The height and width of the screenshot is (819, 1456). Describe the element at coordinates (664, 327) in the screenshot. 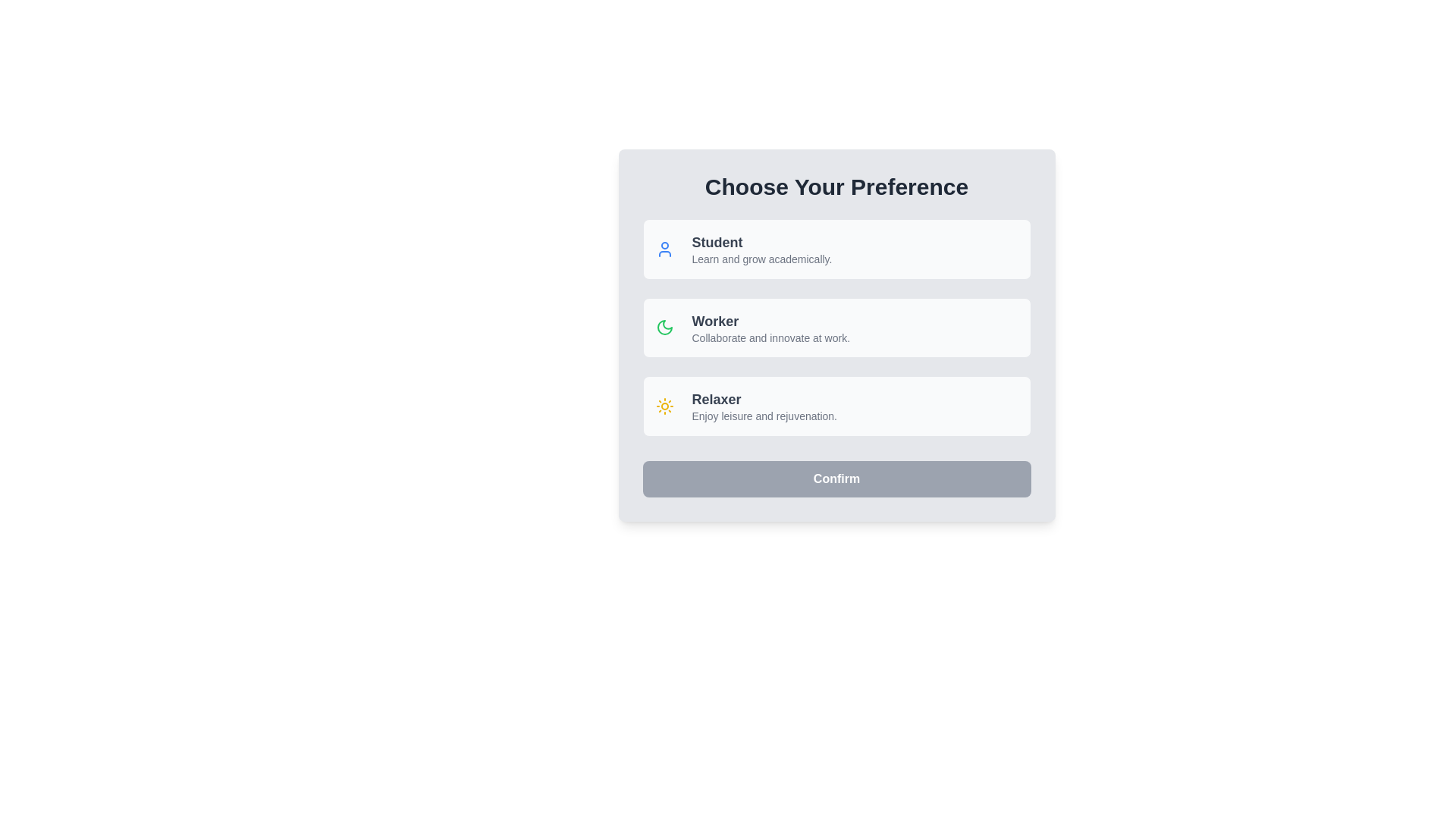

I see `the green crescent moon-shaped icon located in the second option row of the 'Choose Your Preference' list, positioned to the left of the 'Worker' label` at that location.